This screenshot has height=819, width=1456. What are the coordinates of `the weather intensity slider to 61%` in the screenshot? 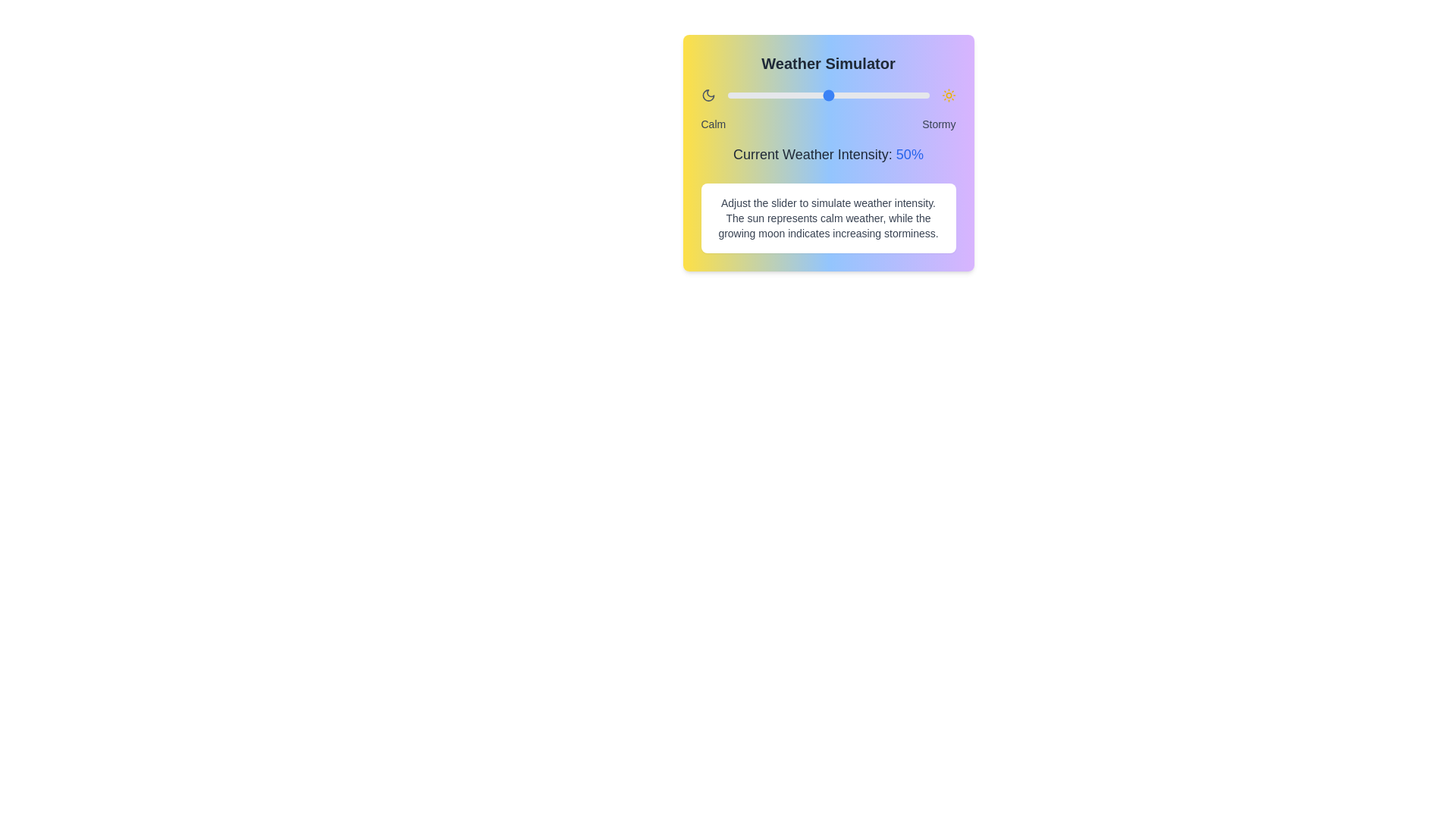 It's located at (850, 96).